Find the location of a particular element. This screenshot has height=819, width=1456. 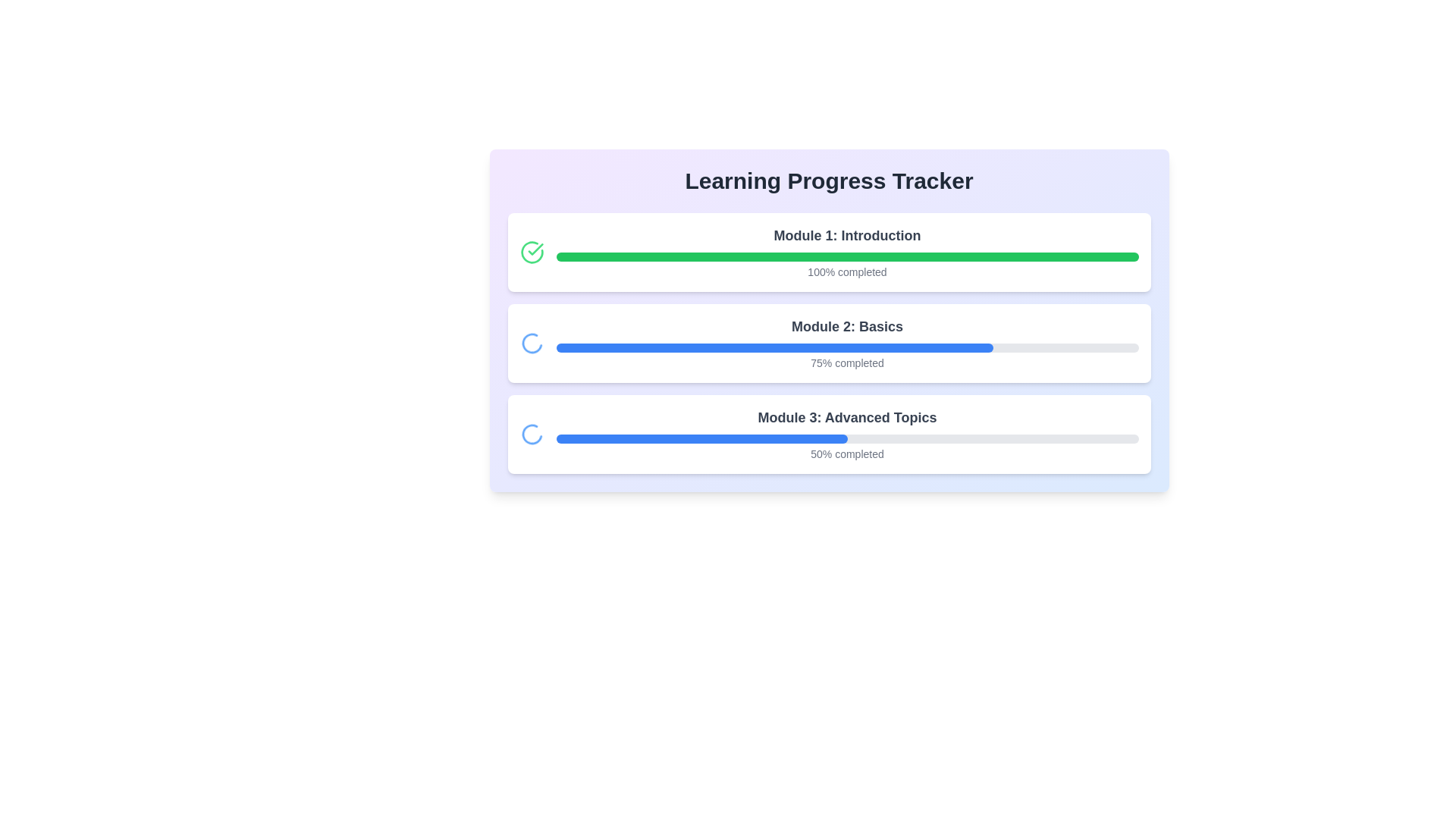

the title Text Label of the first module in the progress tracker interface, which distinguishes the module's content from others is located at coordinates (846, 236).